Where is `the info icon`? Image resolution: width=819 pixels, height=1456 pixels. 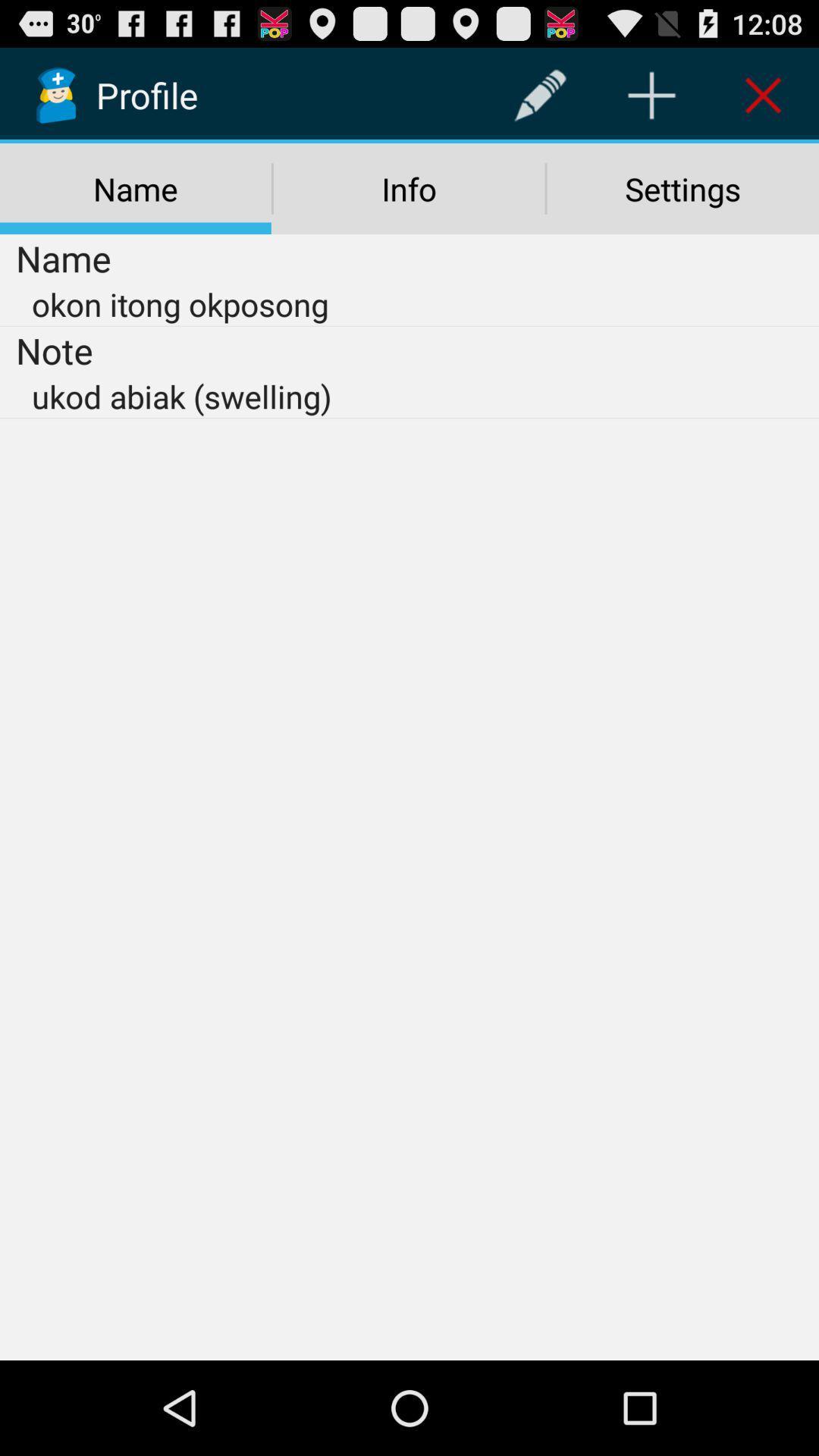 the info icon is located at coordinates (408, 188).